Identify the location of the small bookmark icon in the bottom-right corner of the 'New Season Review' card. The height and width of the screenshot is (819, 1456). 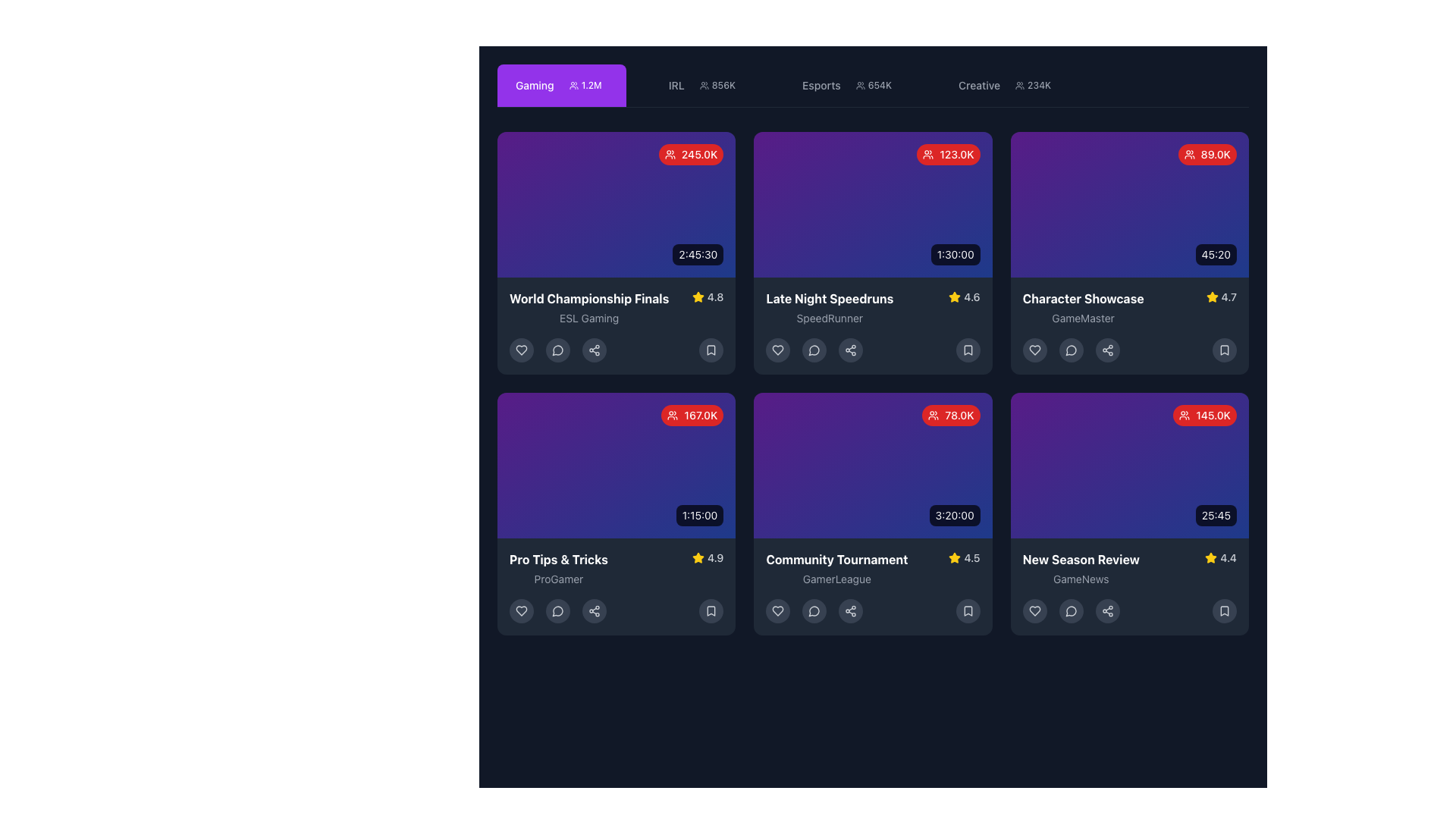
(967, 610).